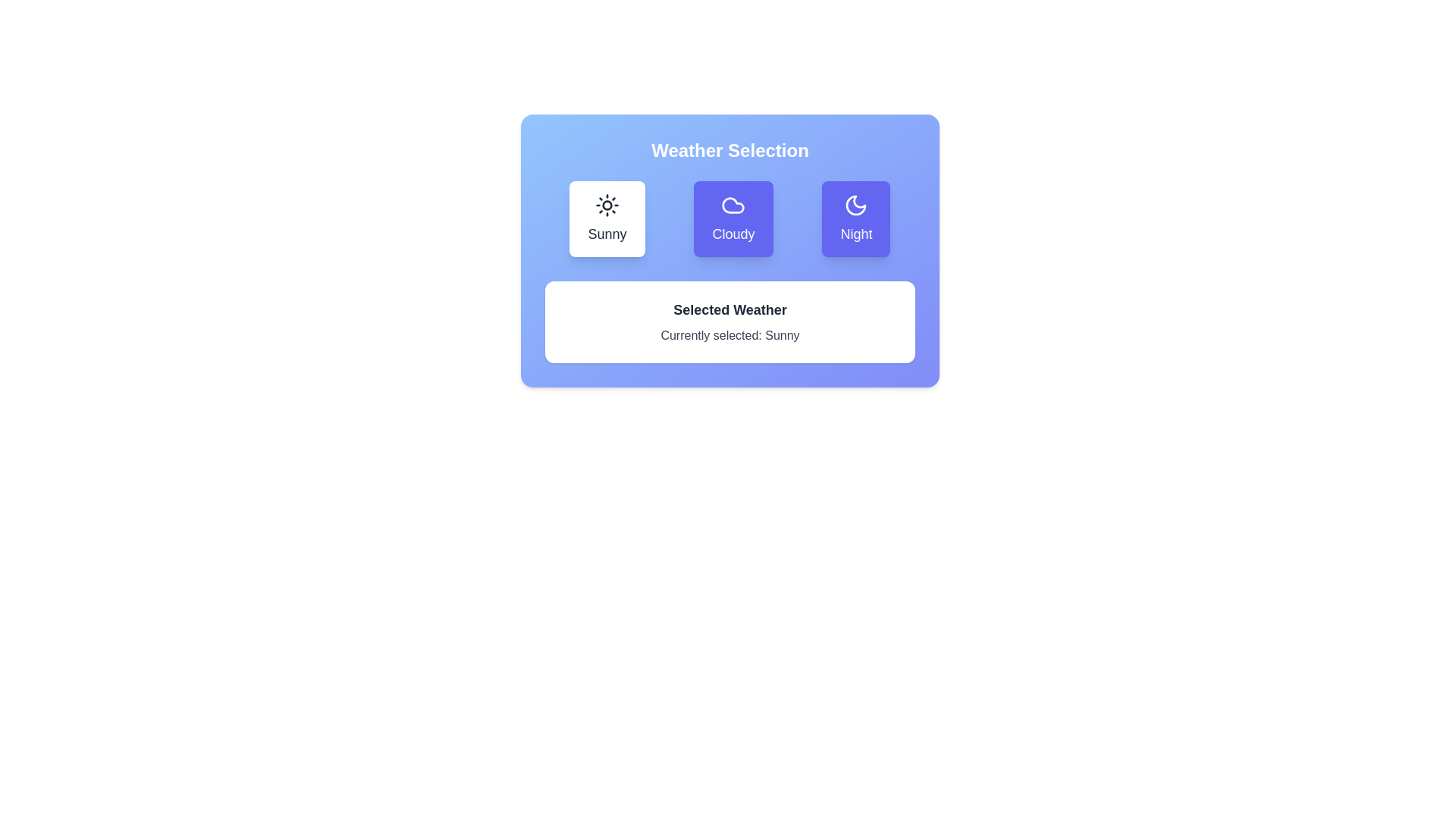 This screenshot has width=1456, height=819. Describe the element at coordinates (730, 250) in the screenshot. I see `the interactive weather option buttons within the prominently positioned weather selection card that features a gradient background from blue to indigo` at that location.